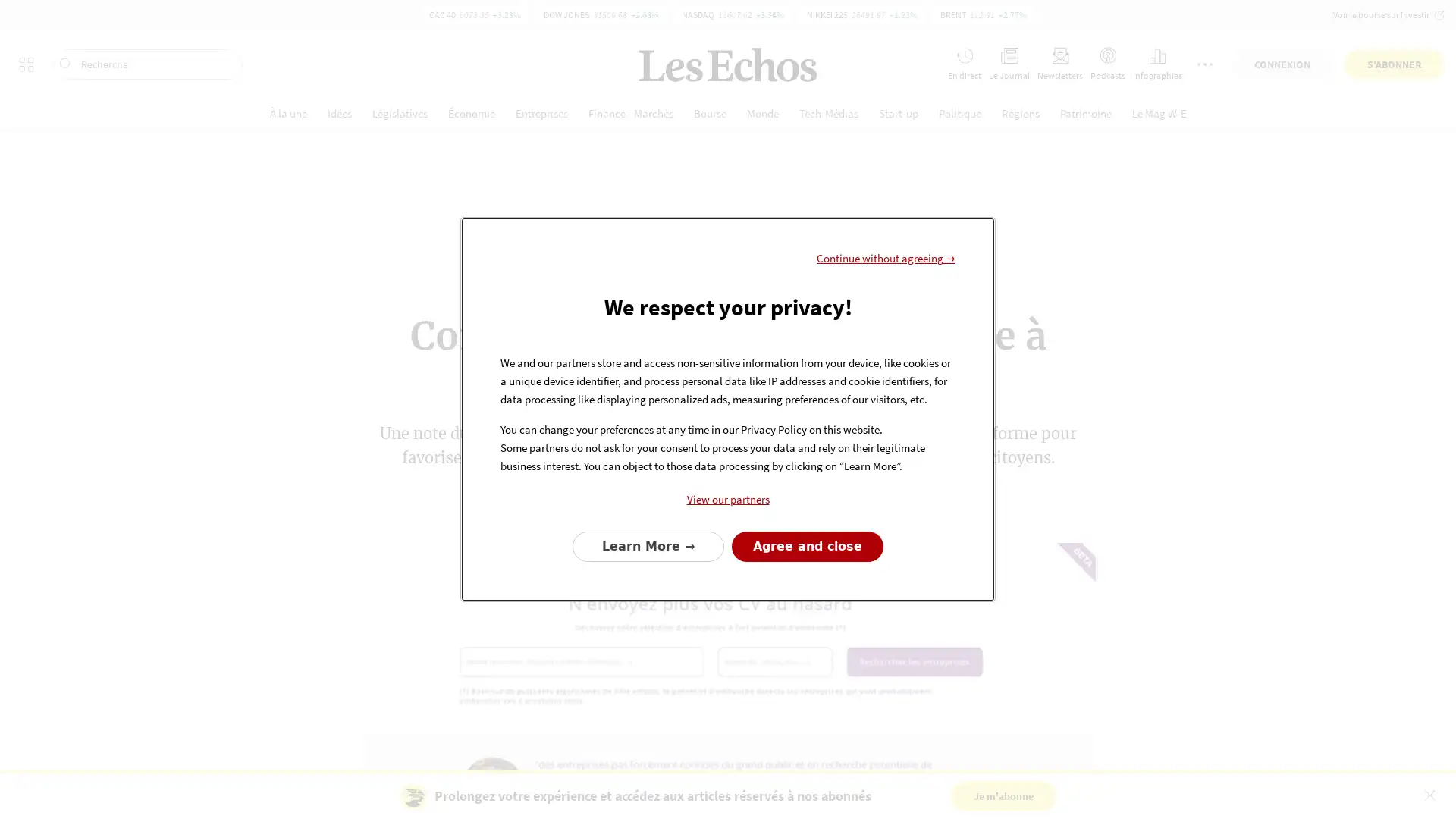 This screenshot has height=819, width=1456. What do you see at coordinates (1281, 20) in the screenshot?
I see `CONNEXION` at bounding box center [1281, 20].